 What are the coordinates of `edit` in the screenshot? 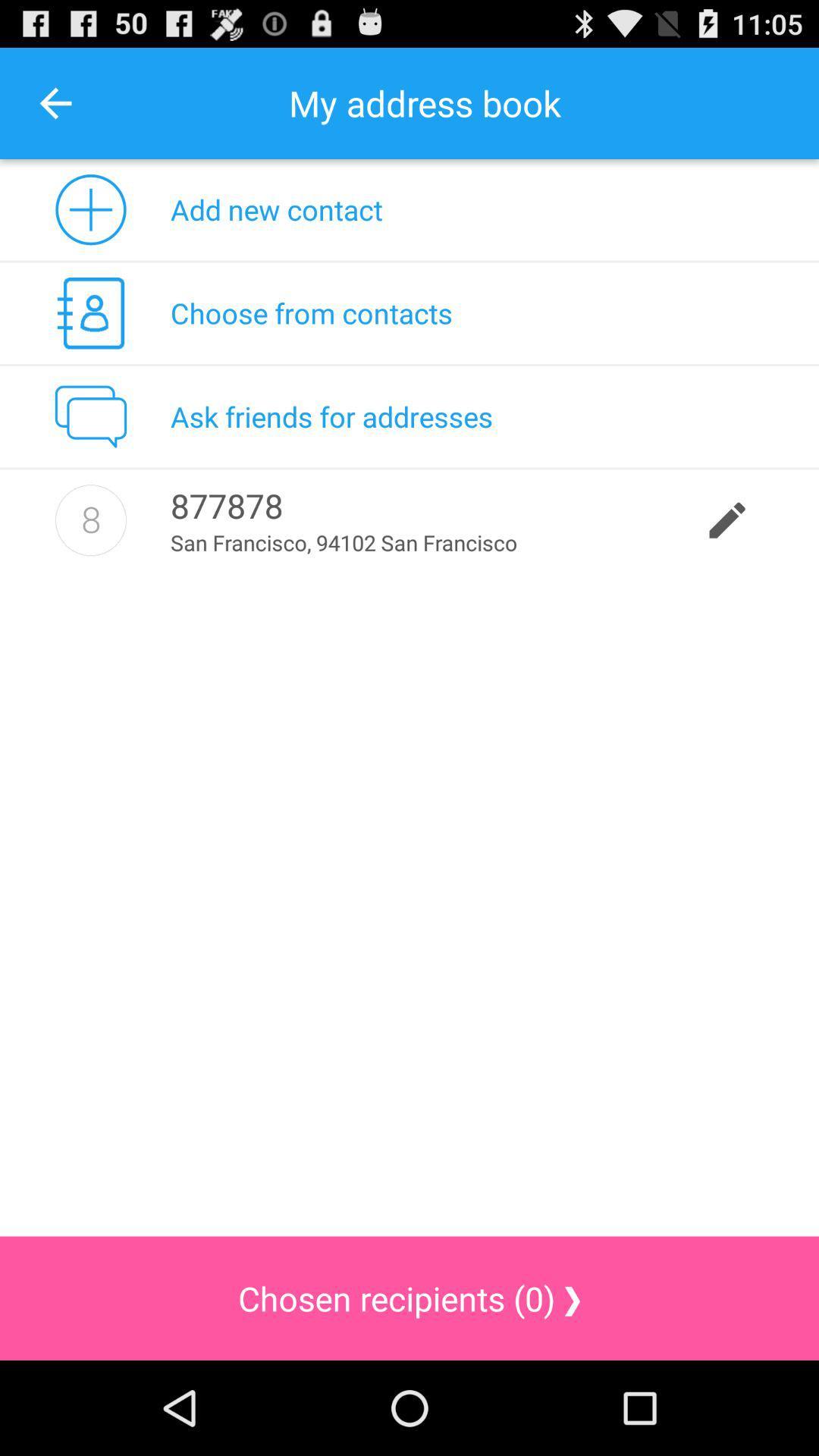 It's located at (90, 520).